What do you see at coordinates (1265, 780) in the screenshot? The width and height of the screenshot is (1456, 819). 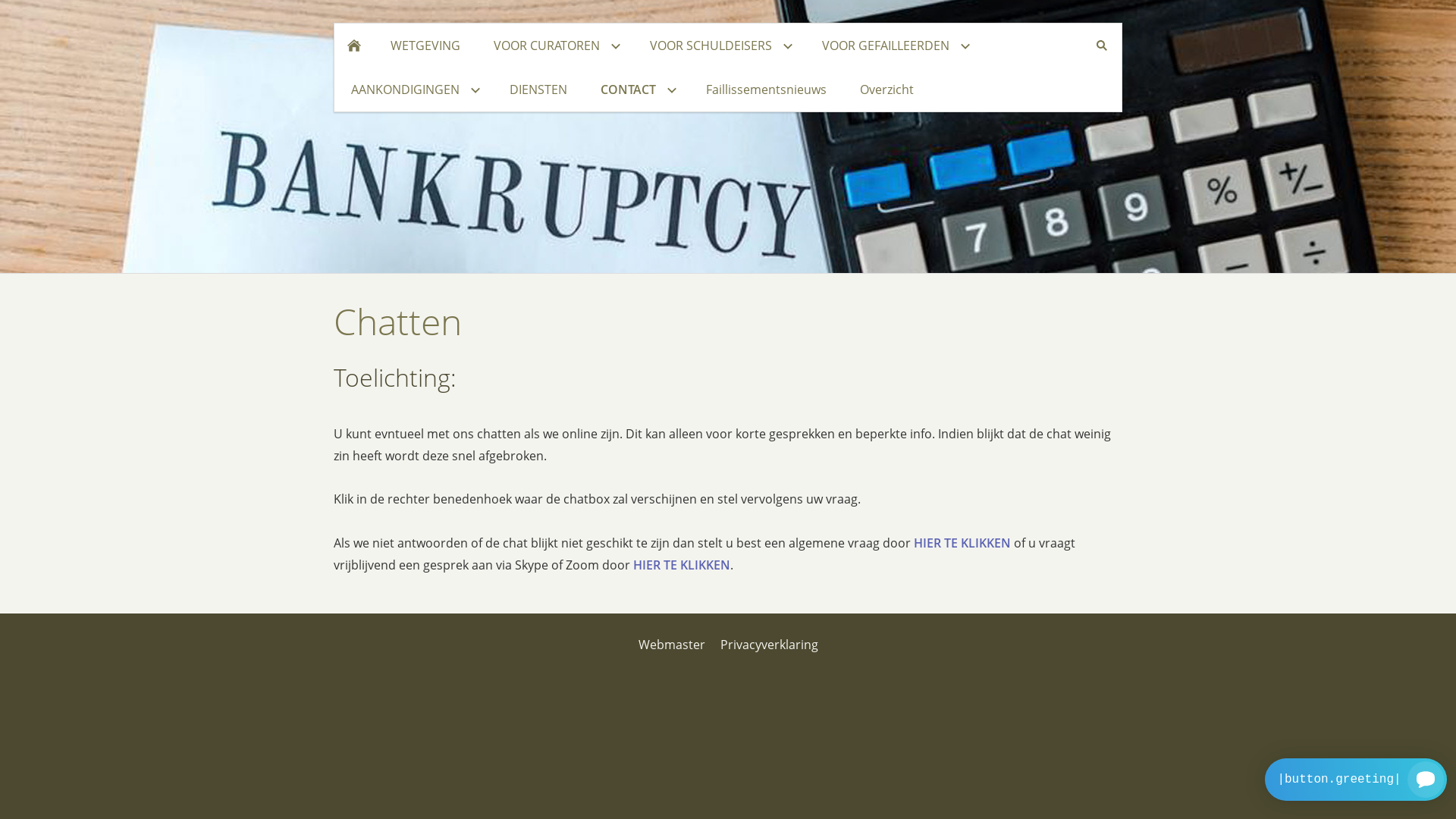 I see `'Smartsupp widget button'` at bounding box center [1265, 780].